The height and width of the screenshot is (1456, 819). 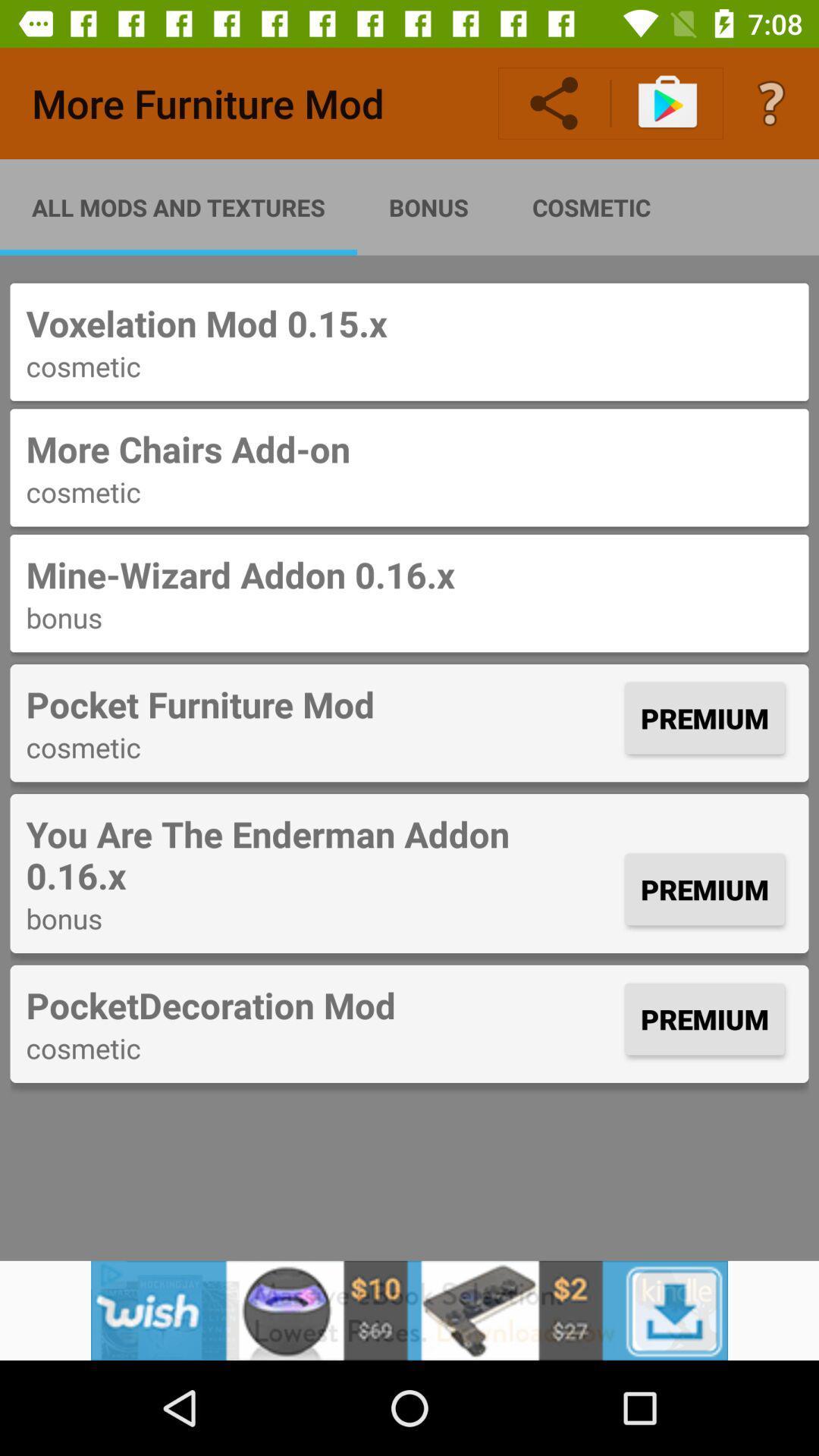 What do you see at coordinates (667, 103) in the screenshot?
I see `the play store option` at bounding box center [667, 103].